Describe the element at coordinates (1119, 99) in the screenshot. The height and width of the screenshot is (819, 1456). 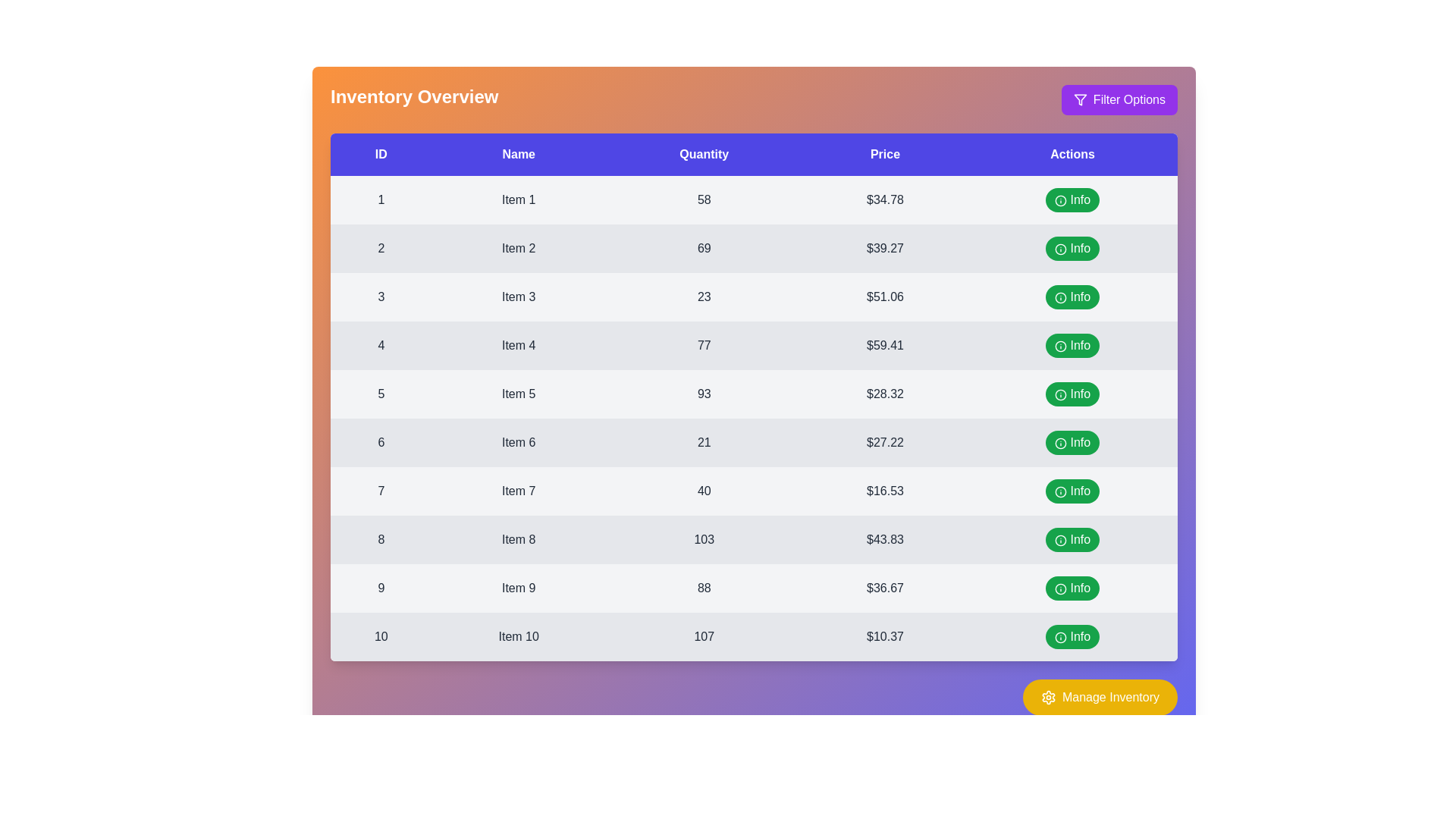
I see `the 'Filter Options' button to open the filter settings` at that location.